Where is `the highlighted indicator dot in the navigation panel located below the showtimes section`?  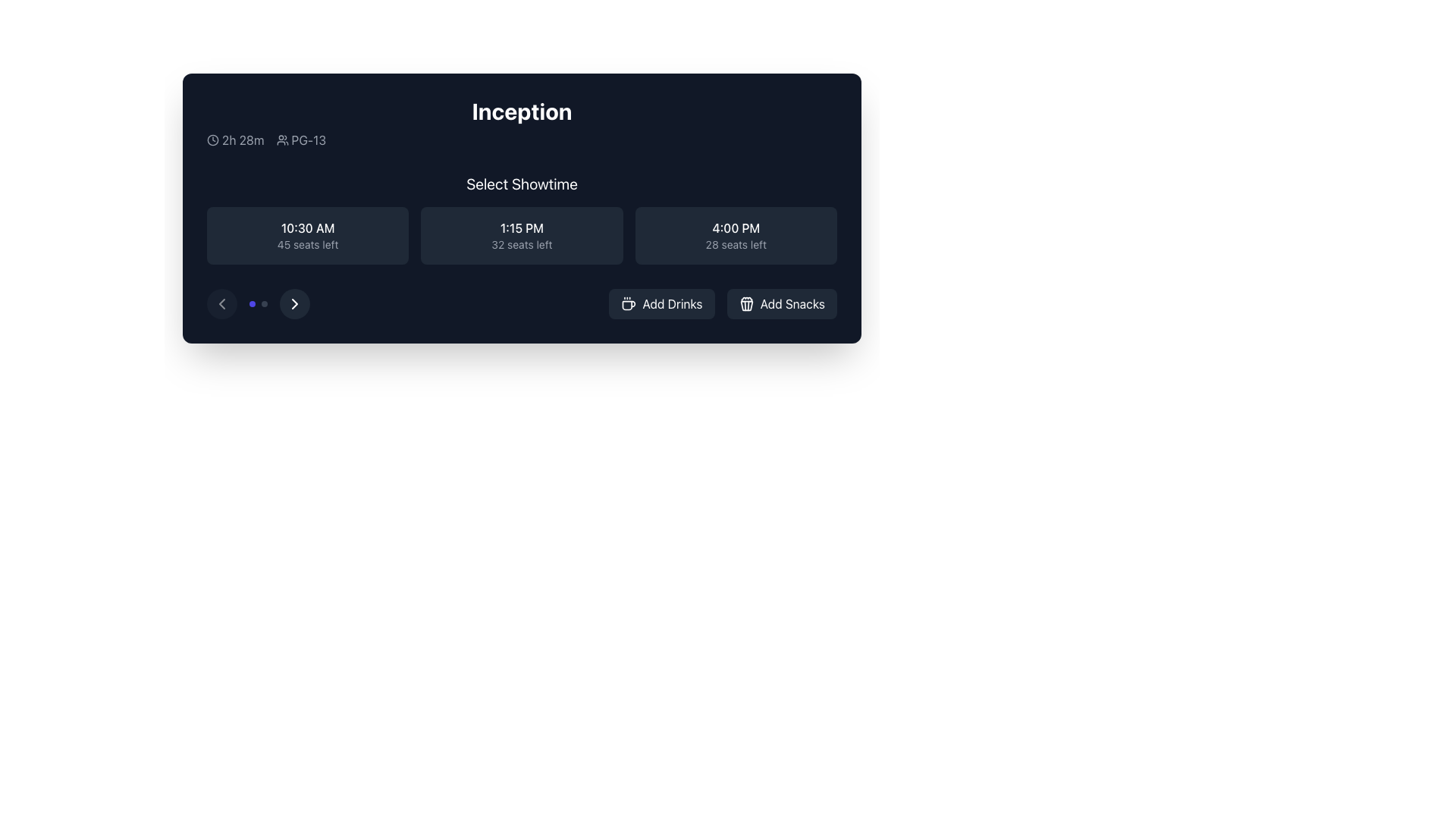
the highlighted indicator dot in the navigation panel located below the showtimes section is located at coordinates (258, 304).